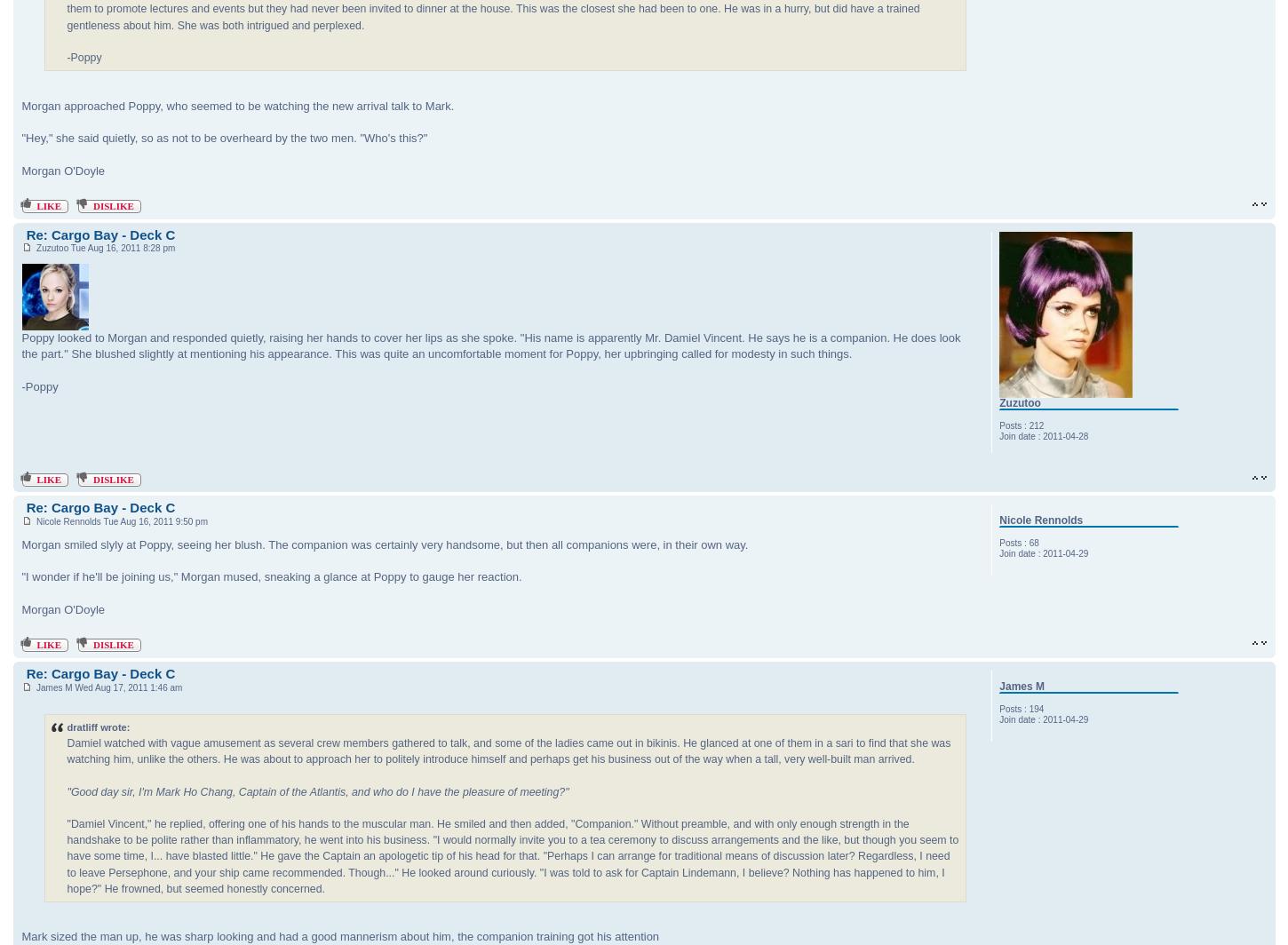  What do you see at coordinates (21, 544) in the screenshot?
I see `'Morgan smiled slyly at Poppy, seeing her blush. The companion was certainly very handsome, but then all companions were, in their own way.'` at bounding box center [21, 544].